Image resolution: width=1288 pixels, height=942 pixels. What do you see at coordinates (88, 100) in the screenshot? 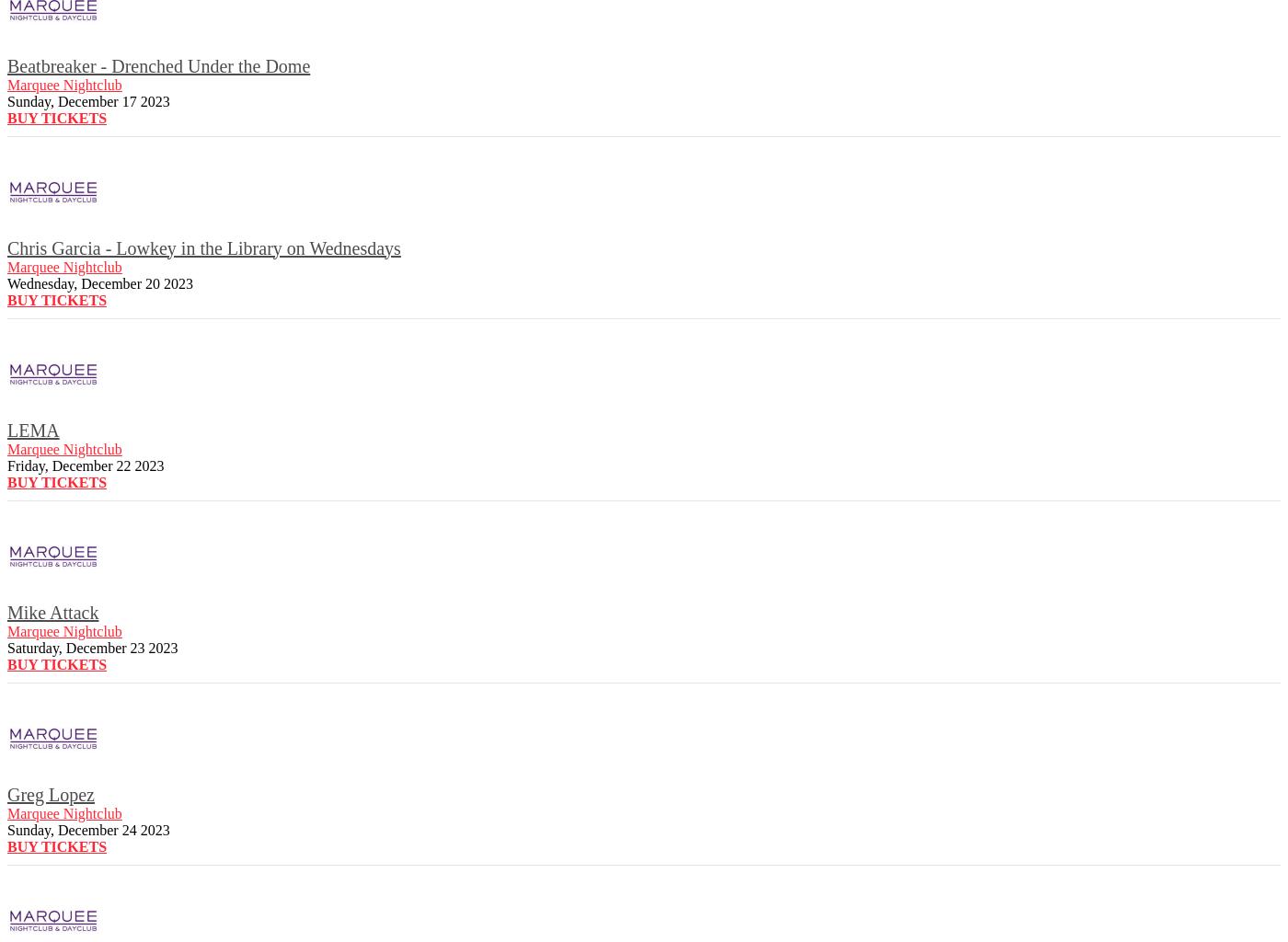
I see `'Sunday, December 17 2023'` at bounding box center [88, 100].